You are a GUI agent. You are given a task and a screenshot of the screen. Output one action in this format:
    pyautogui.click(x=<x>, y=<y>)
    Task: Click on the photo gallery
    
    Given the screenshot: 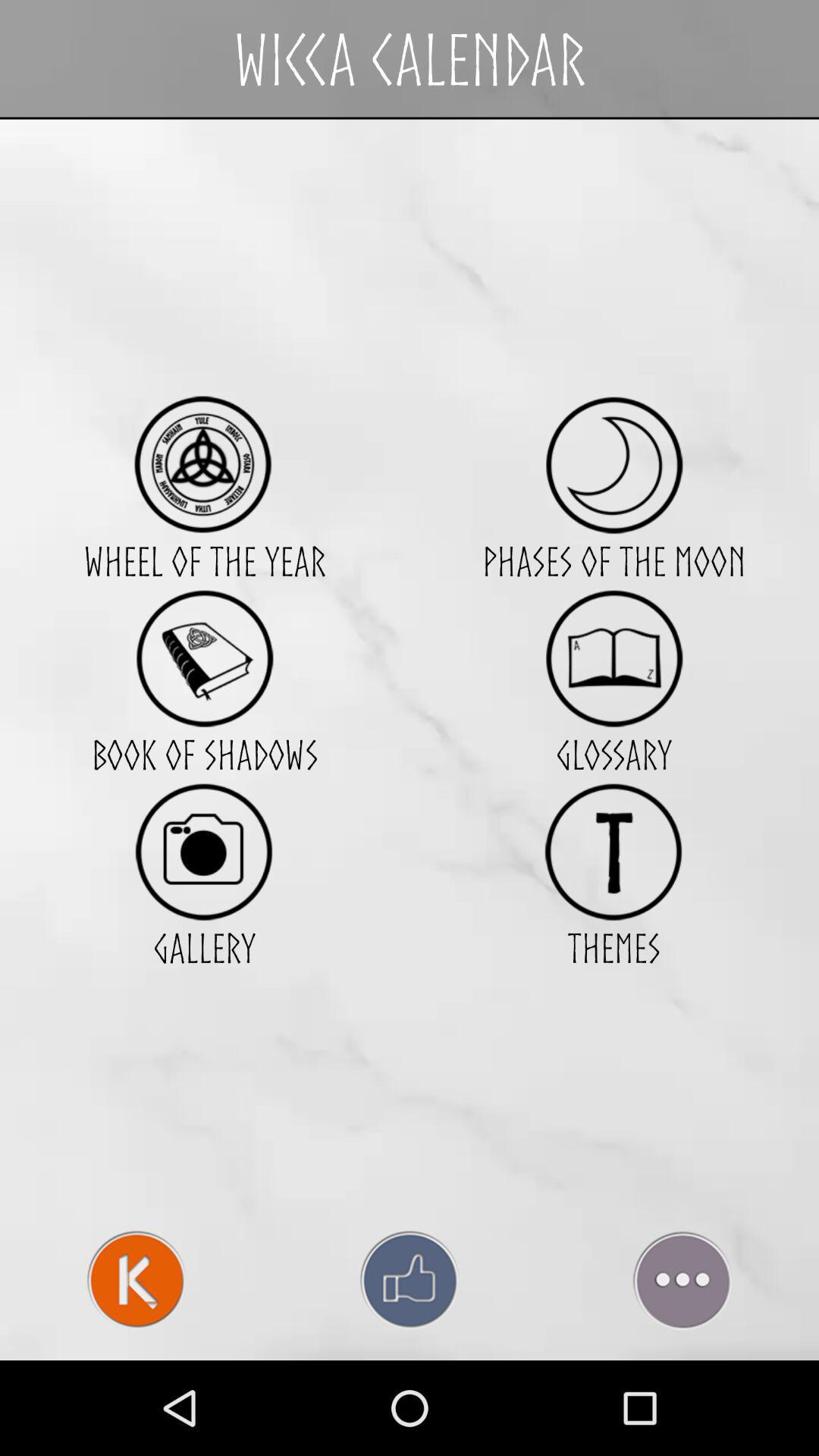 What is the action you would take?
    pyautogui.click(x=203, y=852)
    